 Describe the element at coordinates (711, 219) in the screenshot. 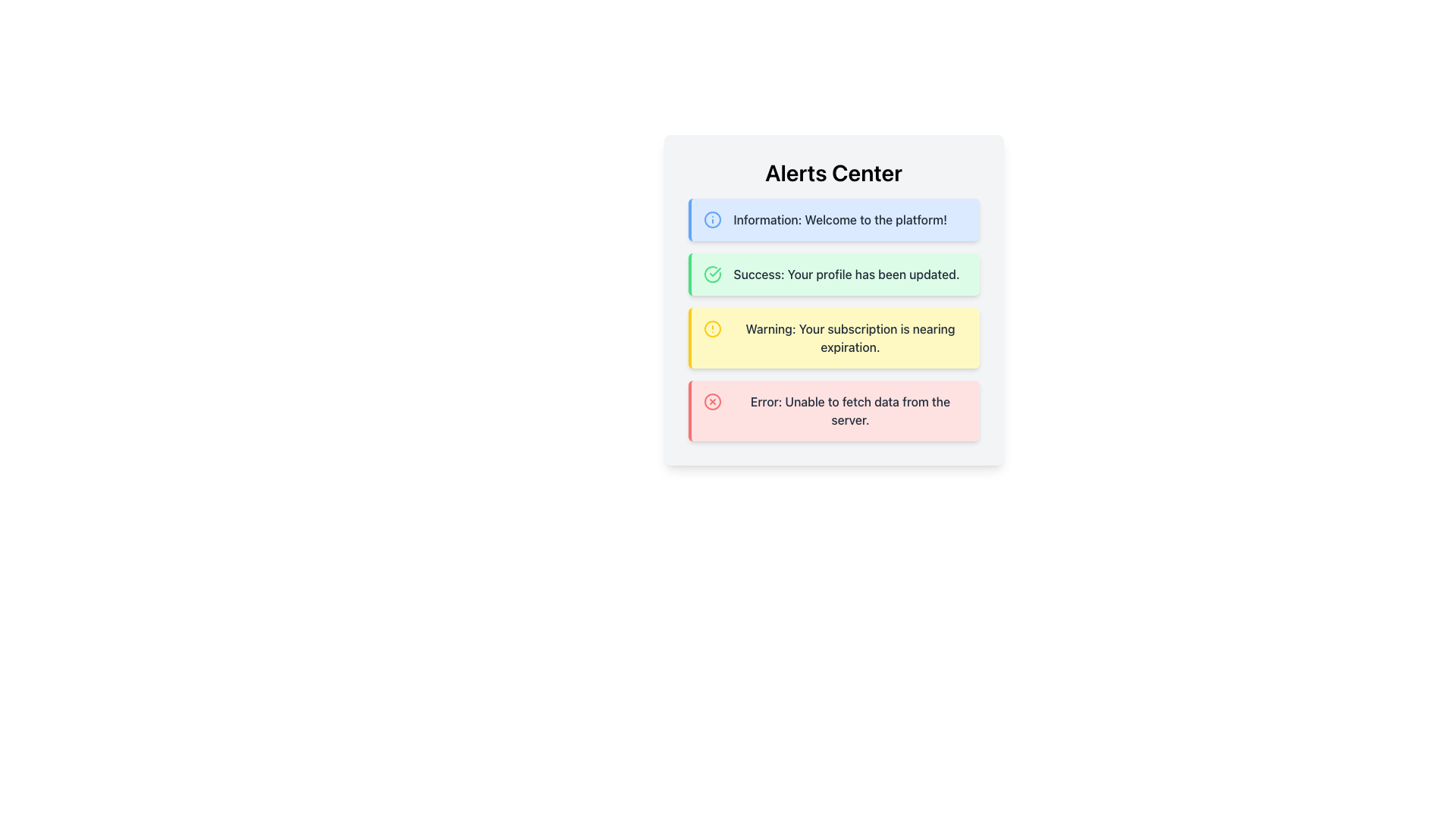

I see `the circular information icon located inside the 'Information' notification card in the 'Alerts Center' section, which is the first of four vertically listed cards` at that location.